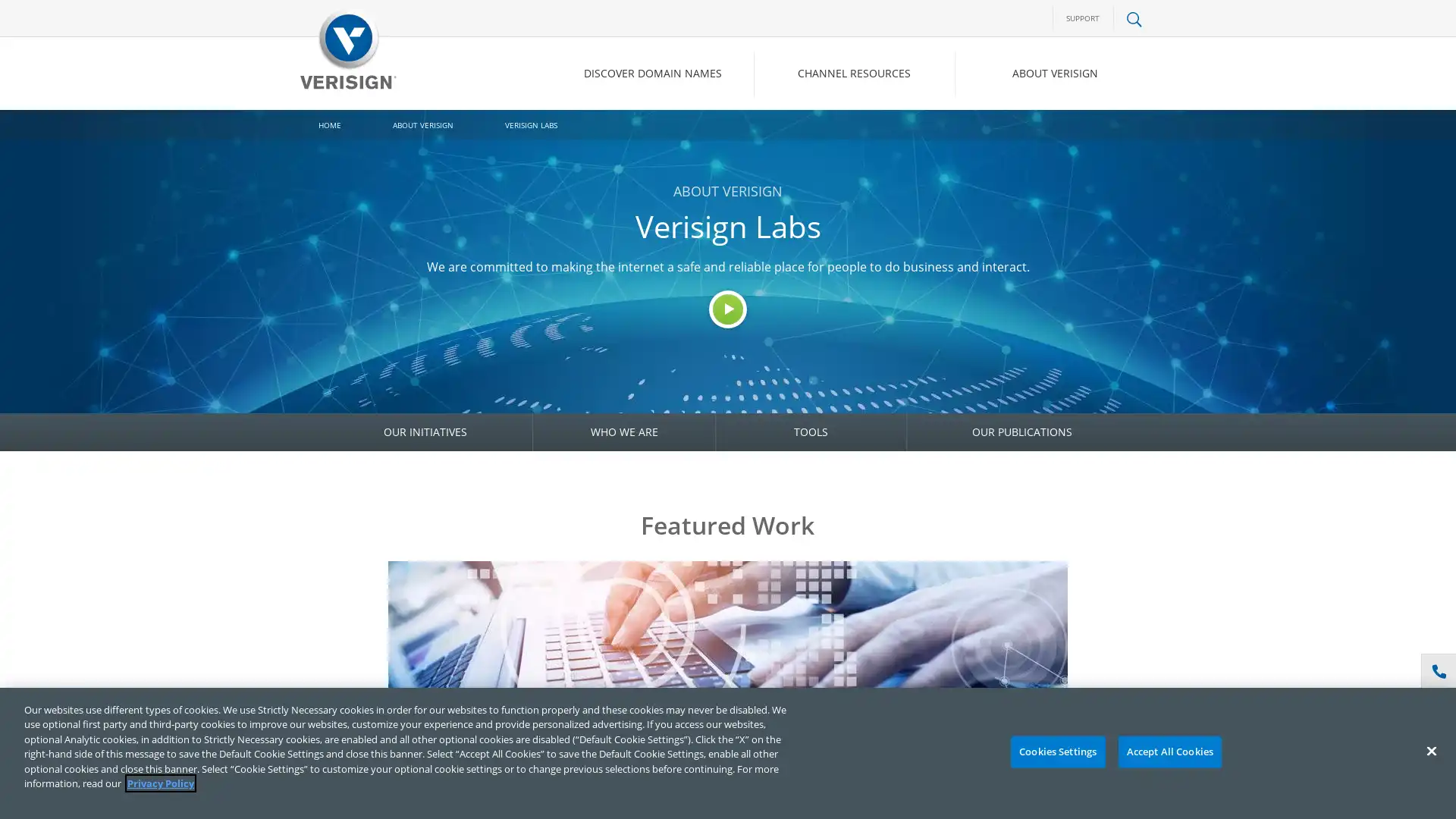 The width and height of the screenshot is (1456, 819). Describe the element at coordinates (1056, 752) in the screenshot. I see `Cookies Settings` at that location.